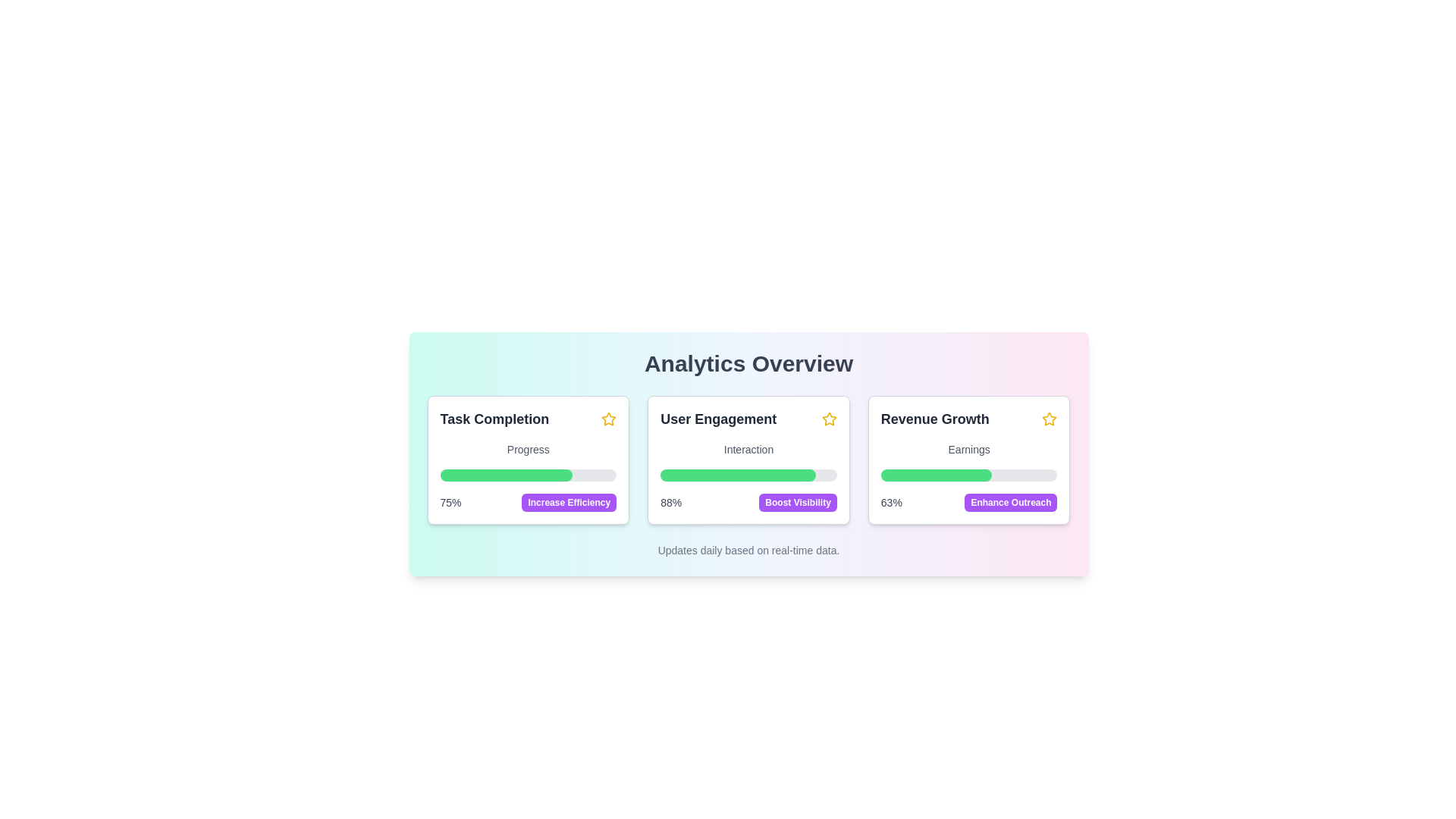 The image size is (1456, 819). Describe the element at coordinates (670, 503) in the screenshot. I see `the text label displaying '88%' within the 'User Engagement' card, which is styled in gray color and medium weight, positioned to the left of the 'Boost Visibility' button` at that location.